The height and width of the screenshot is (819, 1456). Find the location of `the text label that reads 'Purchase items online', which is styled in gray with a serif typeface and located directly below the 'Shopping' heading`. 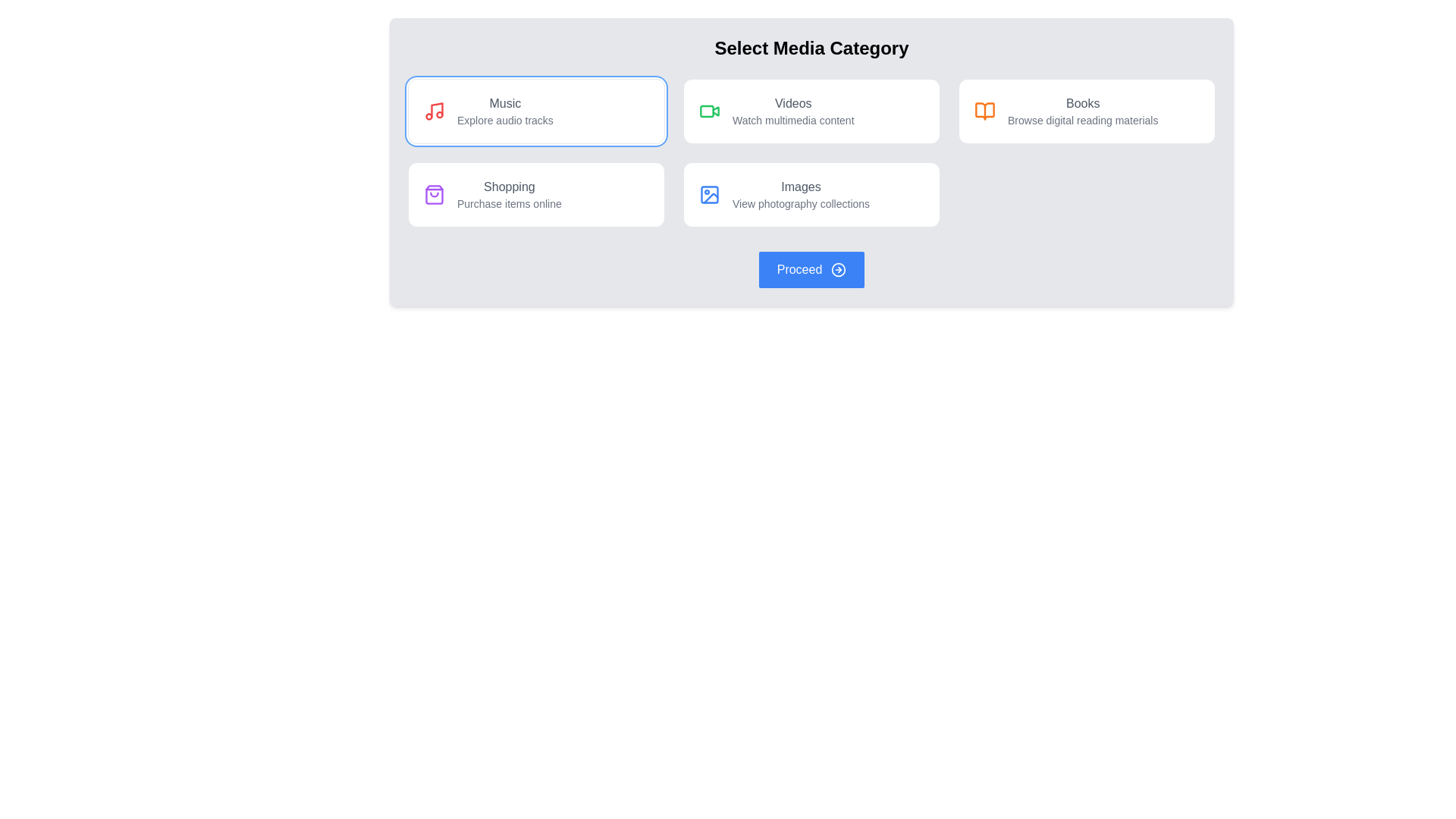

the text label that reads 'Purchase items online', which is styled in gray with a serif typeface and located directly below the 'Shopping' heading is located at coordinates (509, 203).